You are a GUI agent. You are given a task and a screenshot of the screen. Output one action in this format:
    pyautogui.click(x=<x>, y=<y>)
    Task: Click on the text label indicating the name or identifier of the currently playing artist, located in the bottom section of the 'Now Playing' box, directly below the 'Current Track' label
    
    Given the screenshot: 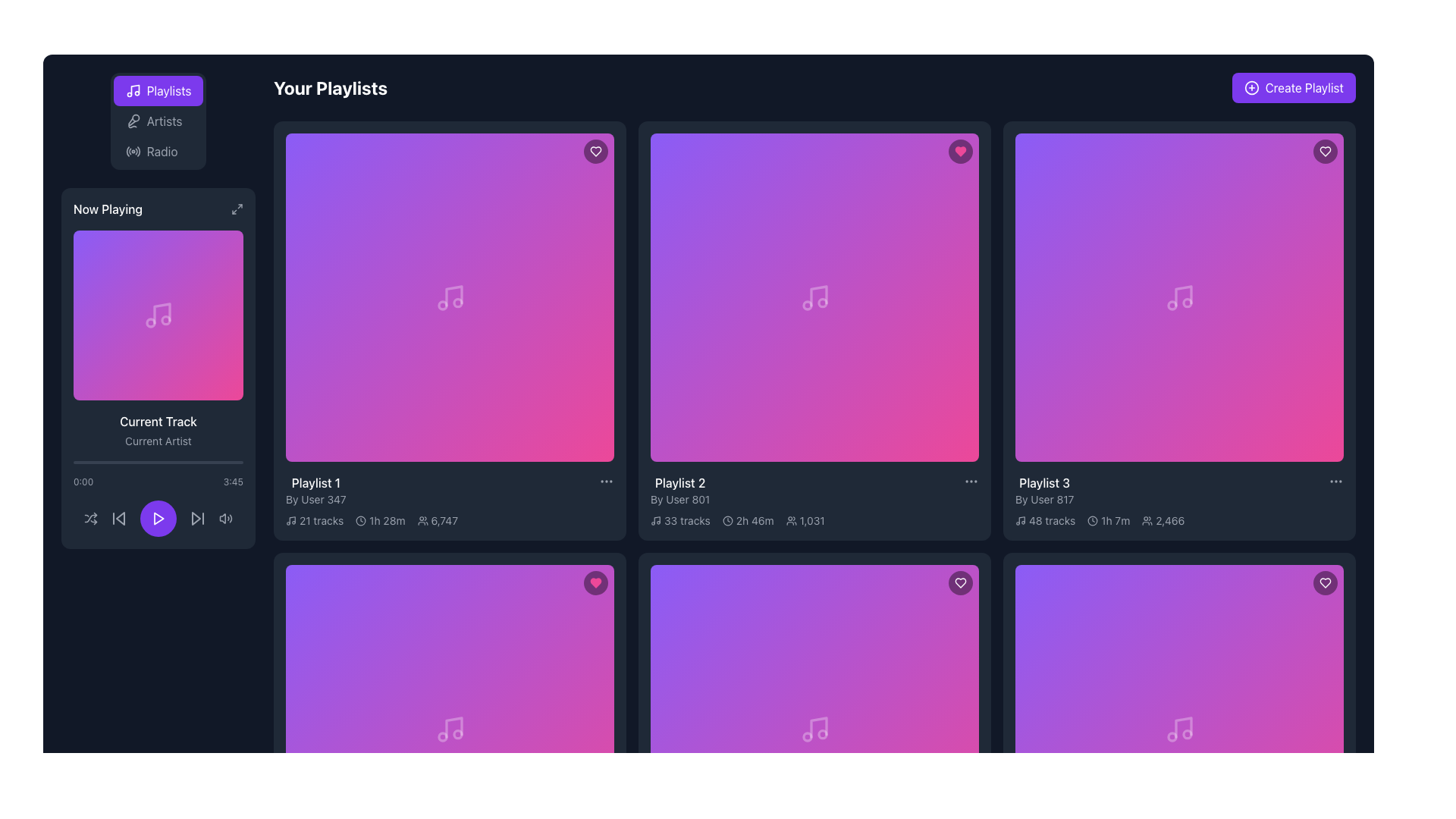 What is the action you would take?
    pyautogui.click(x=158, y=441)
    